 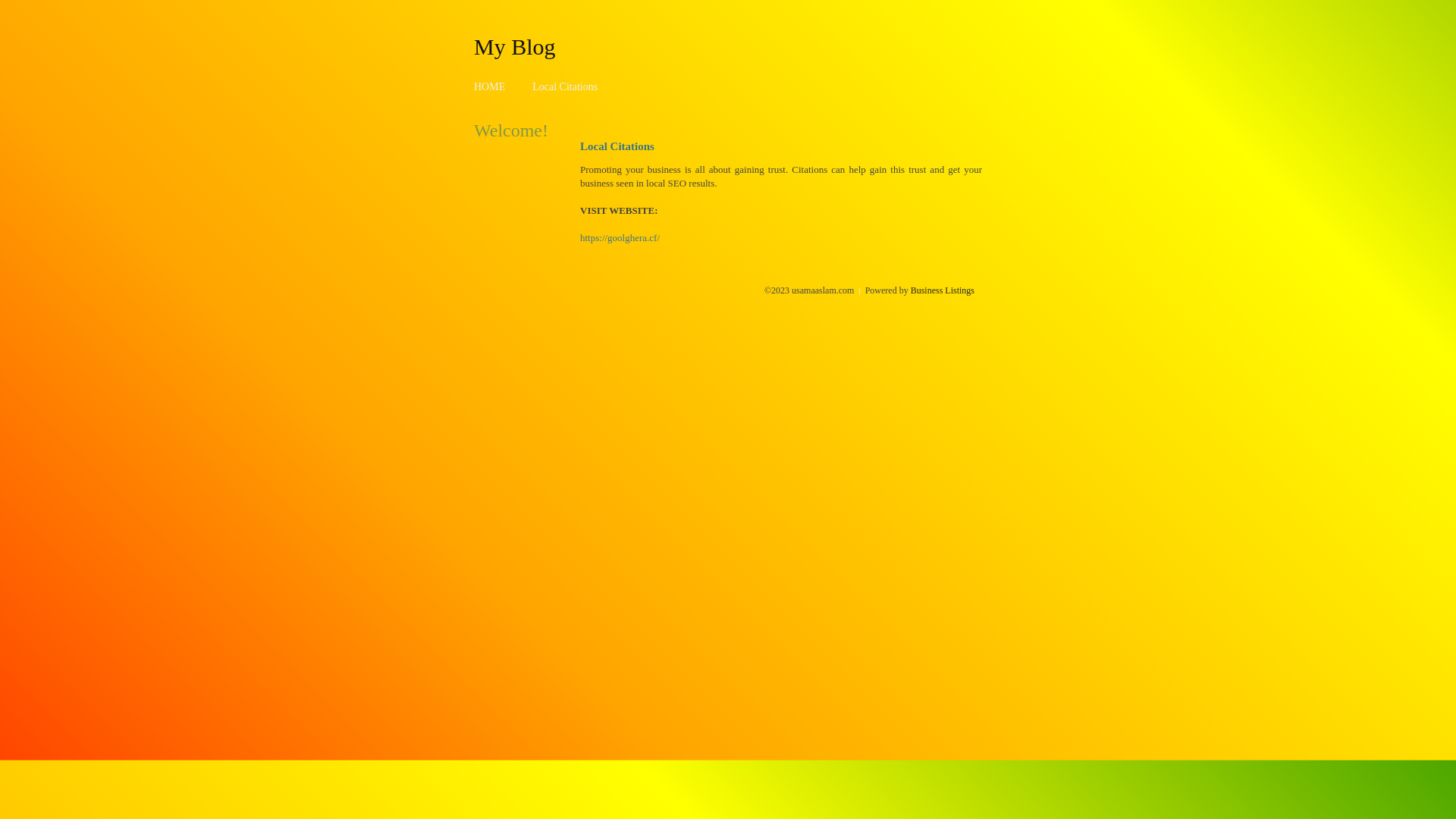 I want to click on 'https://goolghera.cf/', so click(x=579, y=237).